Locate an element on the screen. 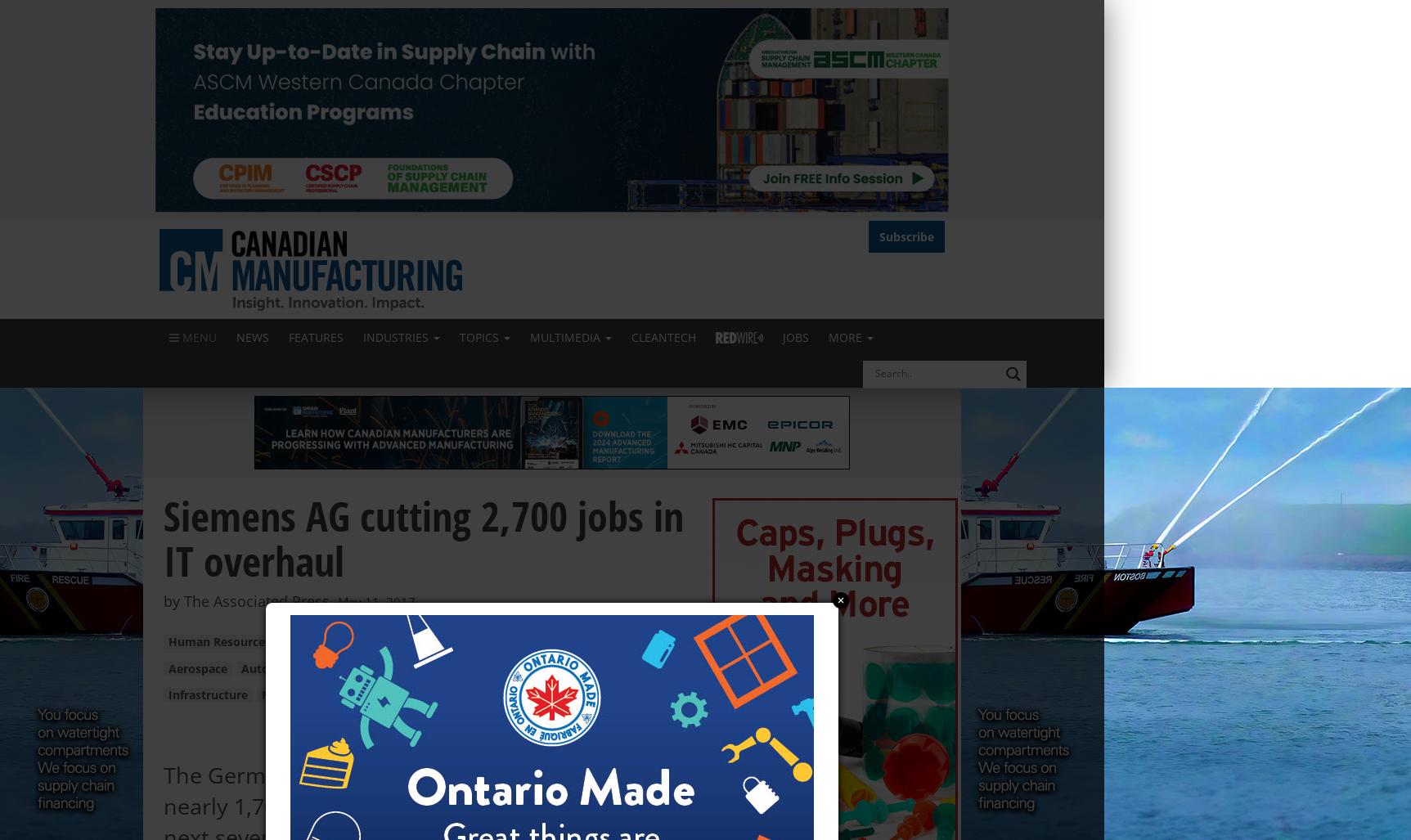 This screenshot has height=840, width=1411. 'Menu' is located at coordinates (197, 335).